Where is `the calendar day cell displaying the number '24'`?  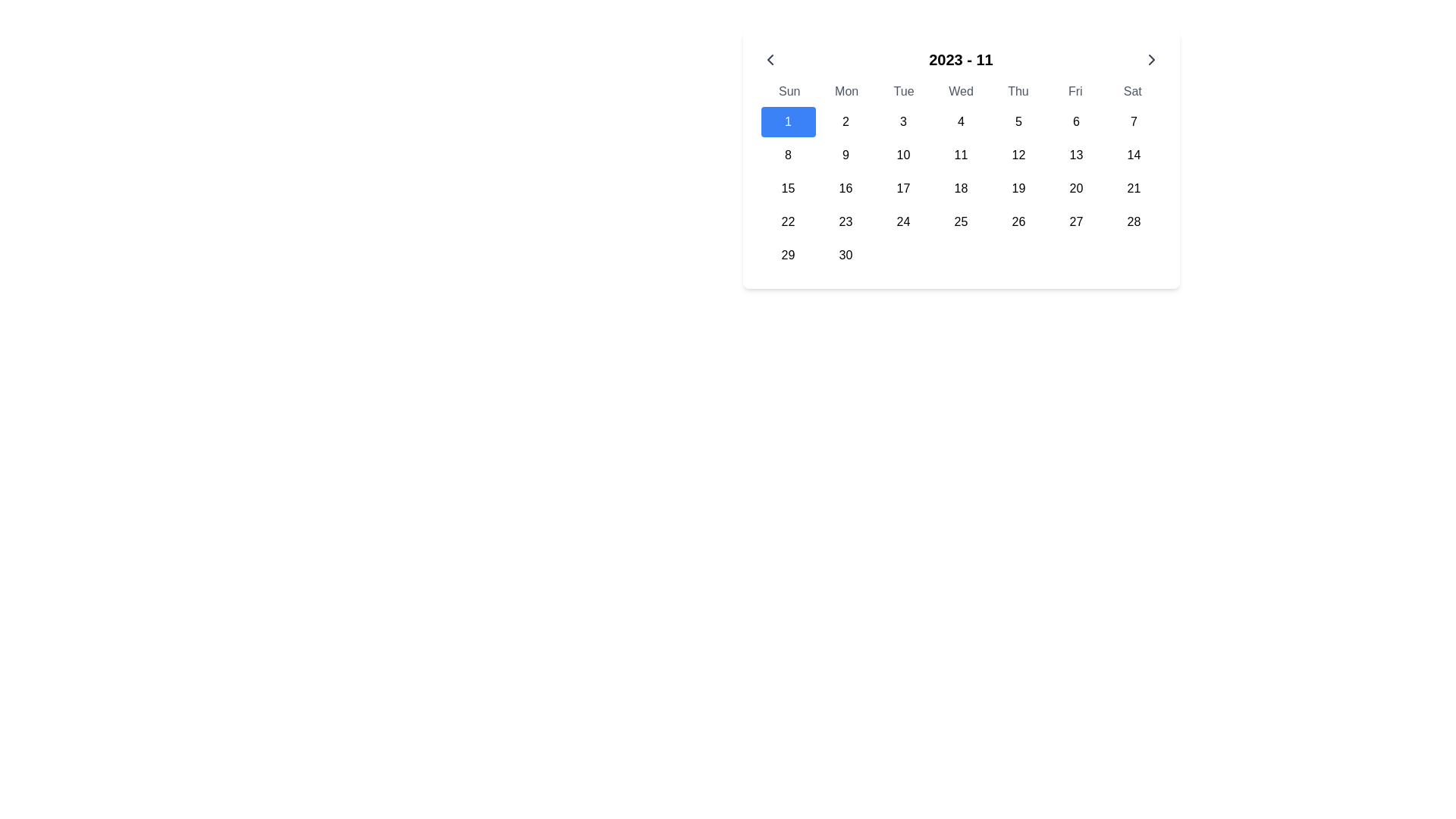 the calendar day cell displaying the number '24' is located at coordinates (903, 222).